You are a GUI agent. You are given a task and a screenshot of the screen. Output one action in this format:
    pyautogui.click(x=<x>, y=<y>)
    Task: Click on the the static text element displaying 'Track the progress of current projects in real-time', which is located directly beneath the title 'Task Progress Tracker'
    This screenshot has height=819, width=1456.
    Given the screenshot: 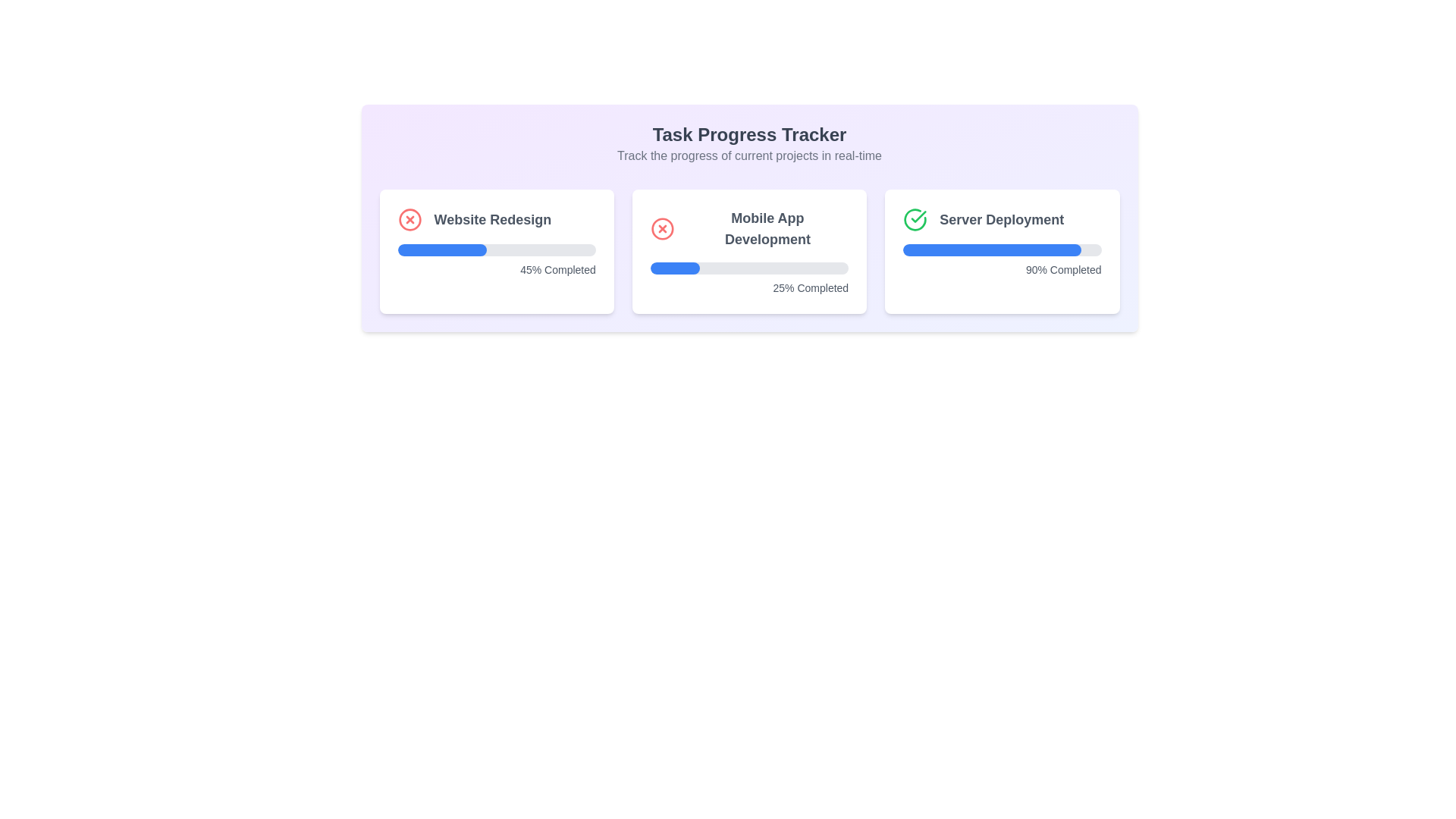 What is the action you would take?
    pyautogui.click(x=749, y=155)
    